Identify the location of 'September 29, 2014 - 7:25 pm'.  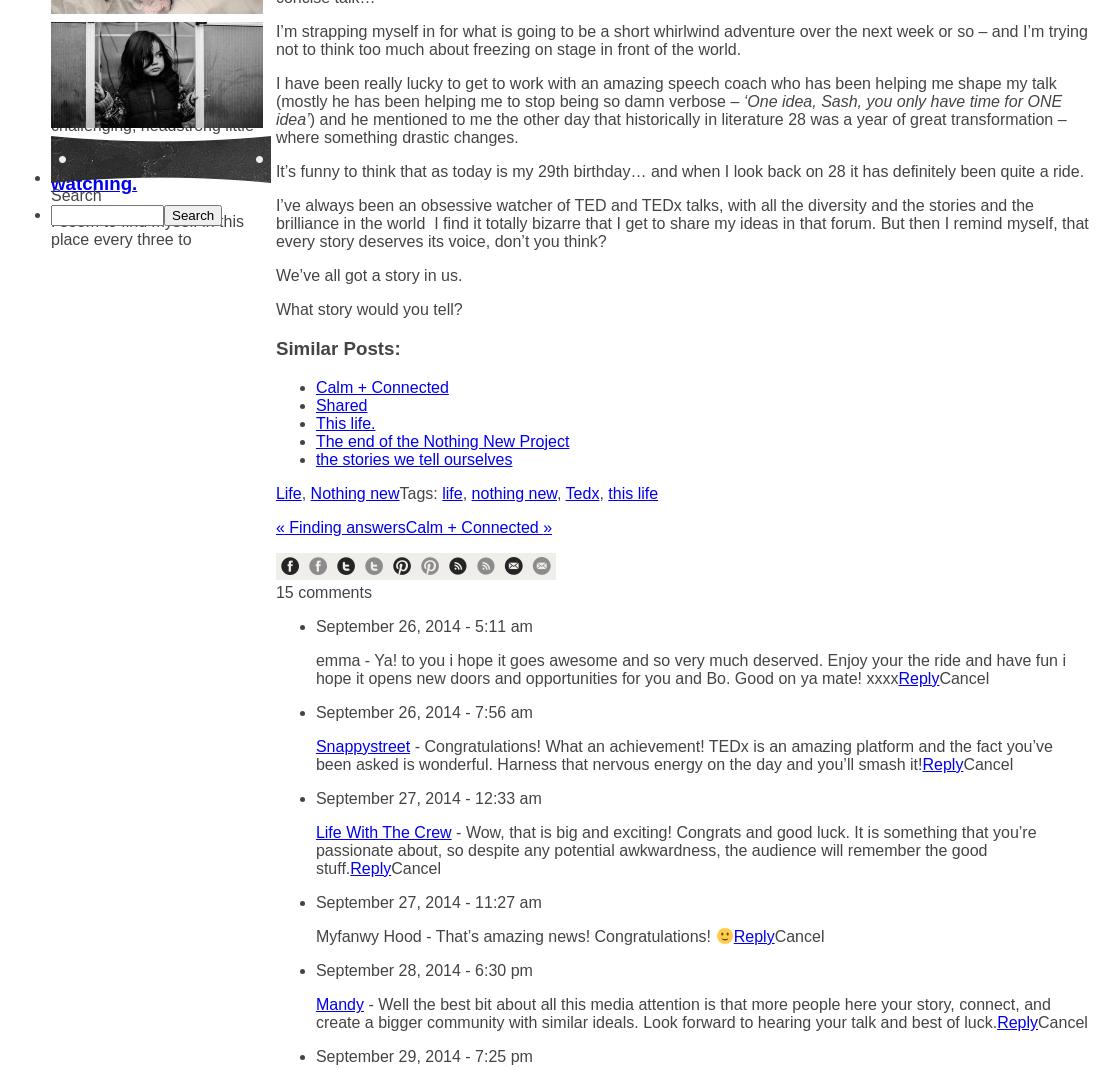
(314, 1056).